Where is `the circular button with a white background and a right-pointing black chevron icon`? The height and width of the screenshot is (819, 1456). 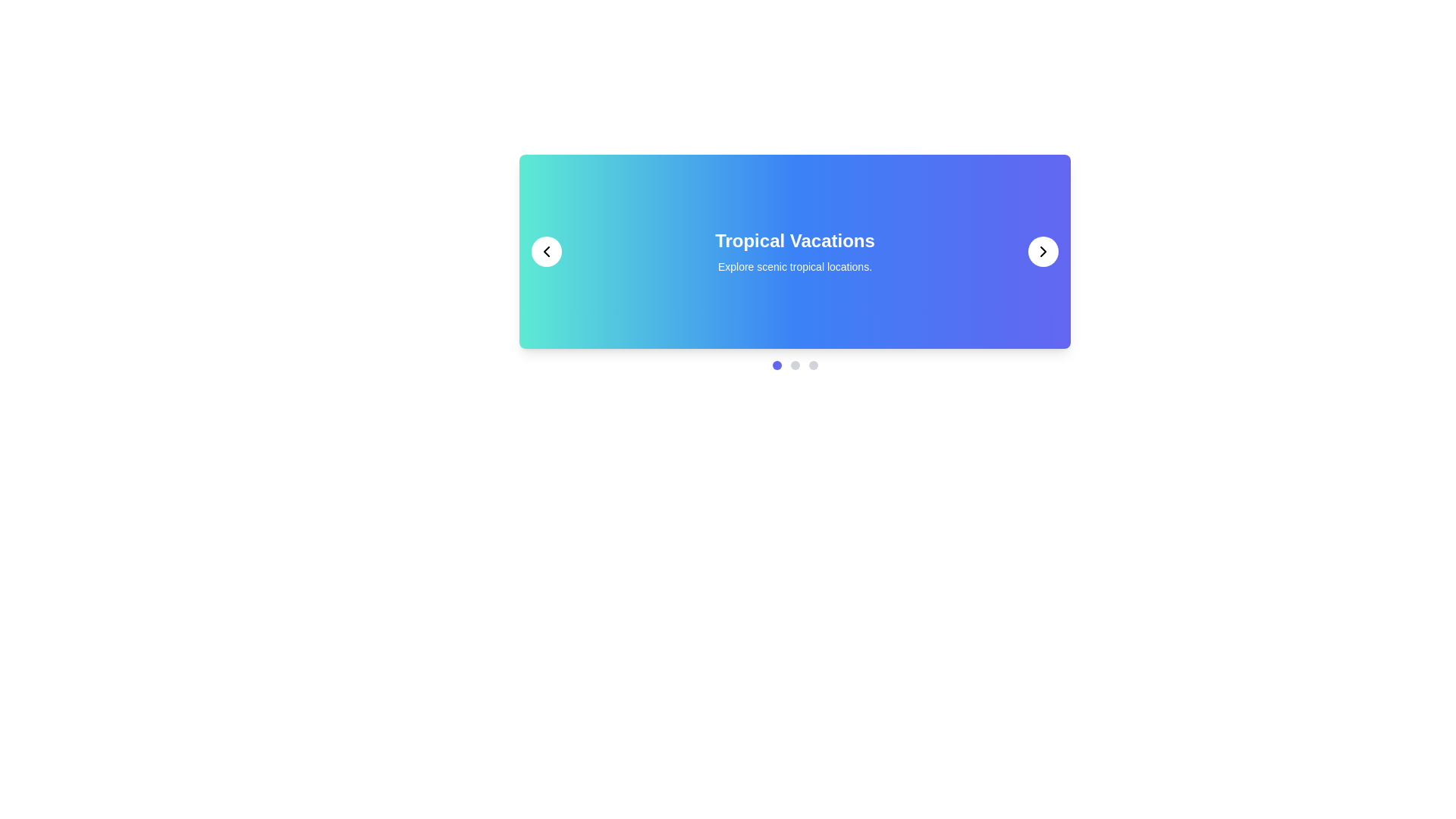 the circular button with a white background and a right-pointing black chevron icon is located at coordinates (1043, 250).